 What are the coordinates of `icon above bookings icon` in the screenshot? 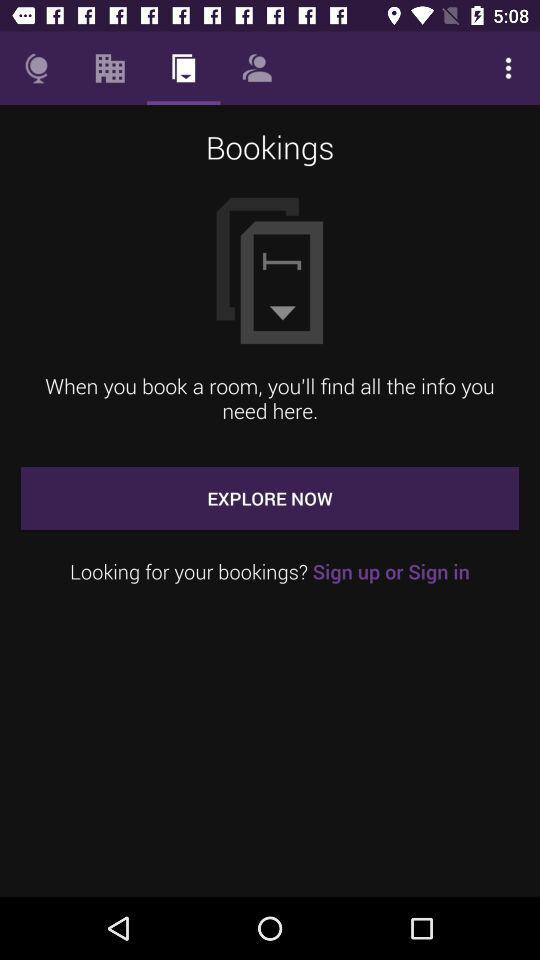 It's located at (508, 68).